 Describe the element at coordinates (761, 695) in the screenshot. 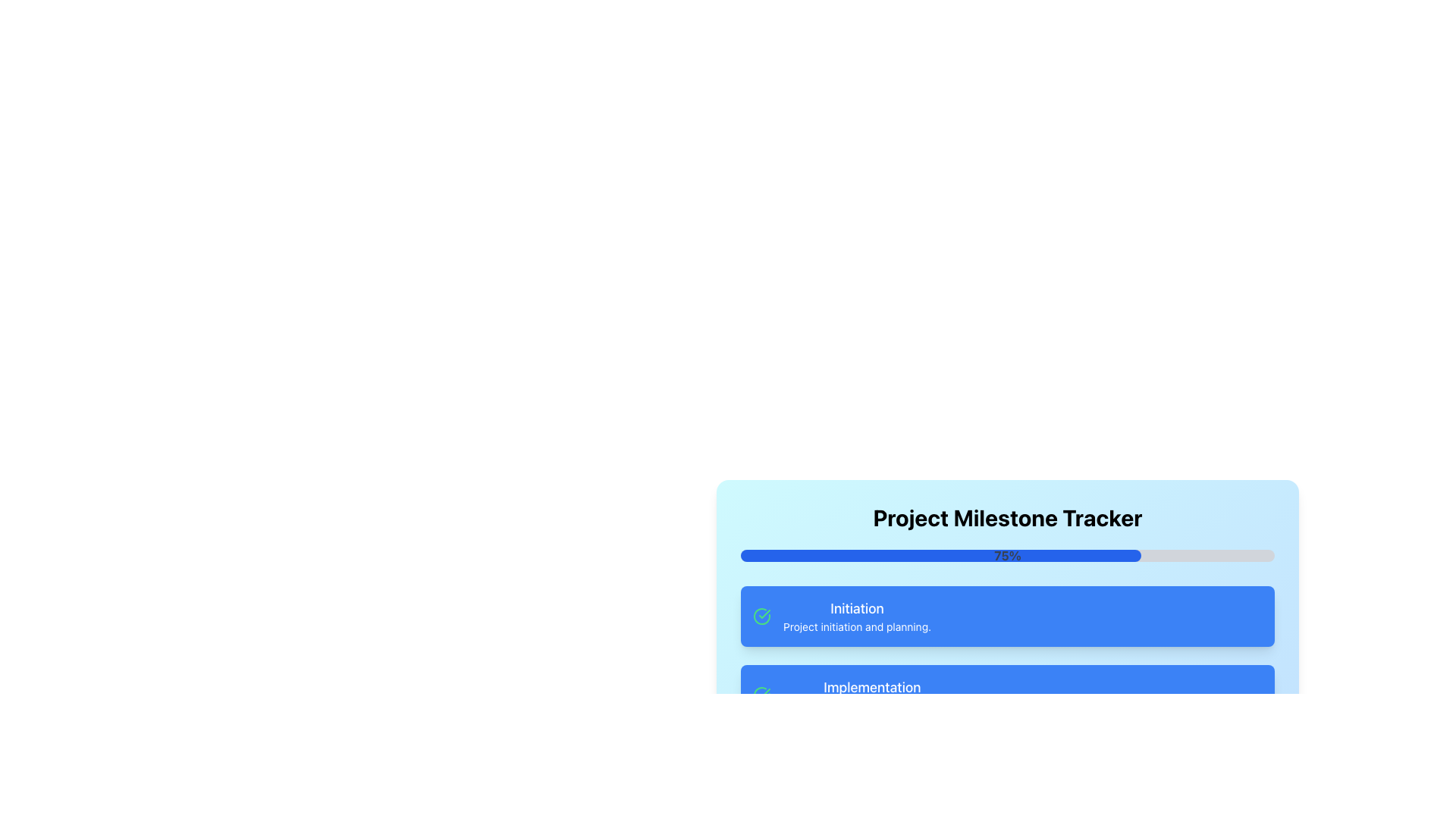

I see `the green checkmark icon indicating completion within the Implementation milestone section, positioned to the left of the Implementation text` at that location.